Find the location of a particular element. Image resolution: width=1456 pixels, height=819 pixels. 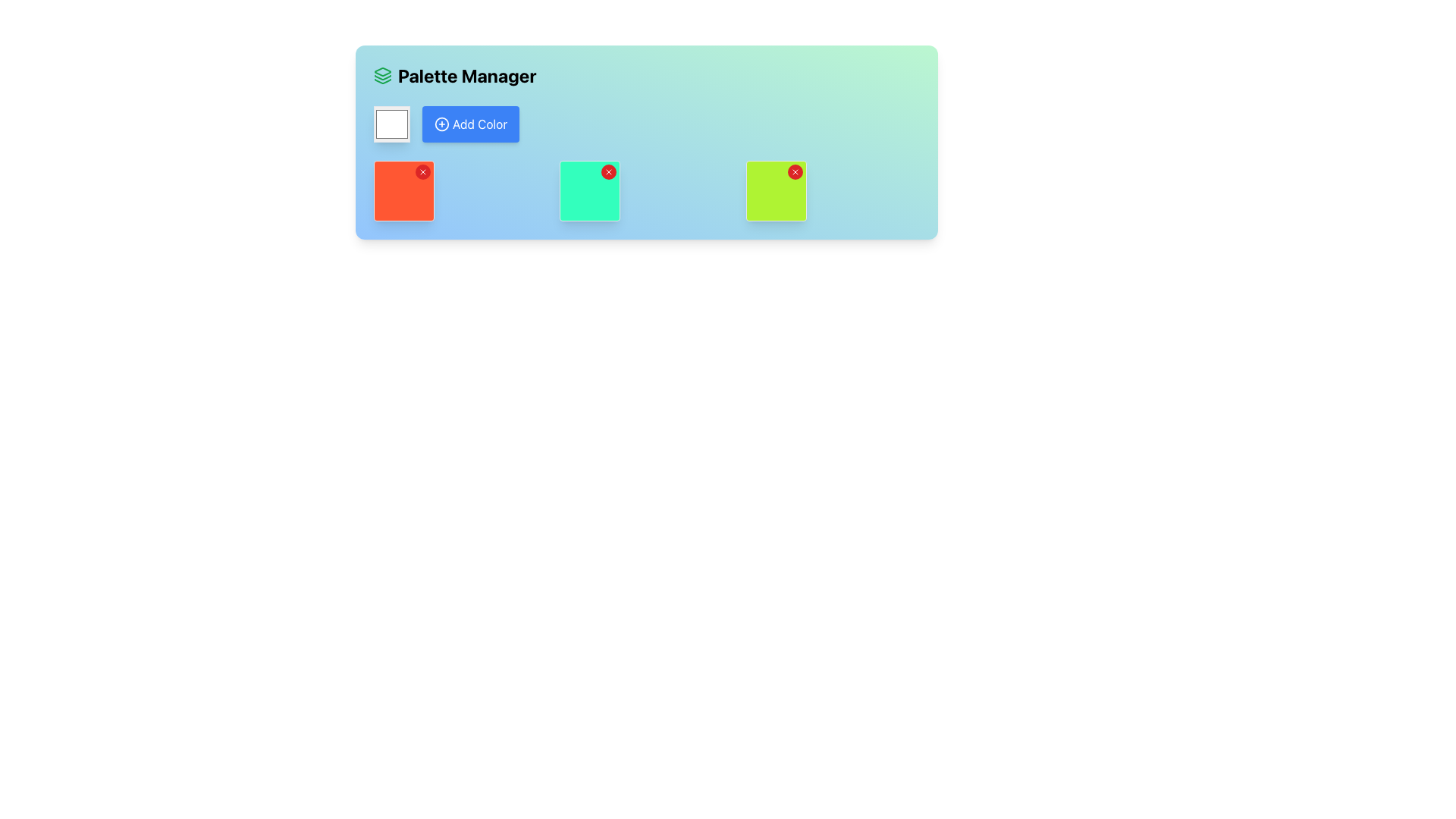

the small circular red button with a white cross icon in the top-right corner of the orange tile to initiate the deletion action is located at coordinates (422, 171).